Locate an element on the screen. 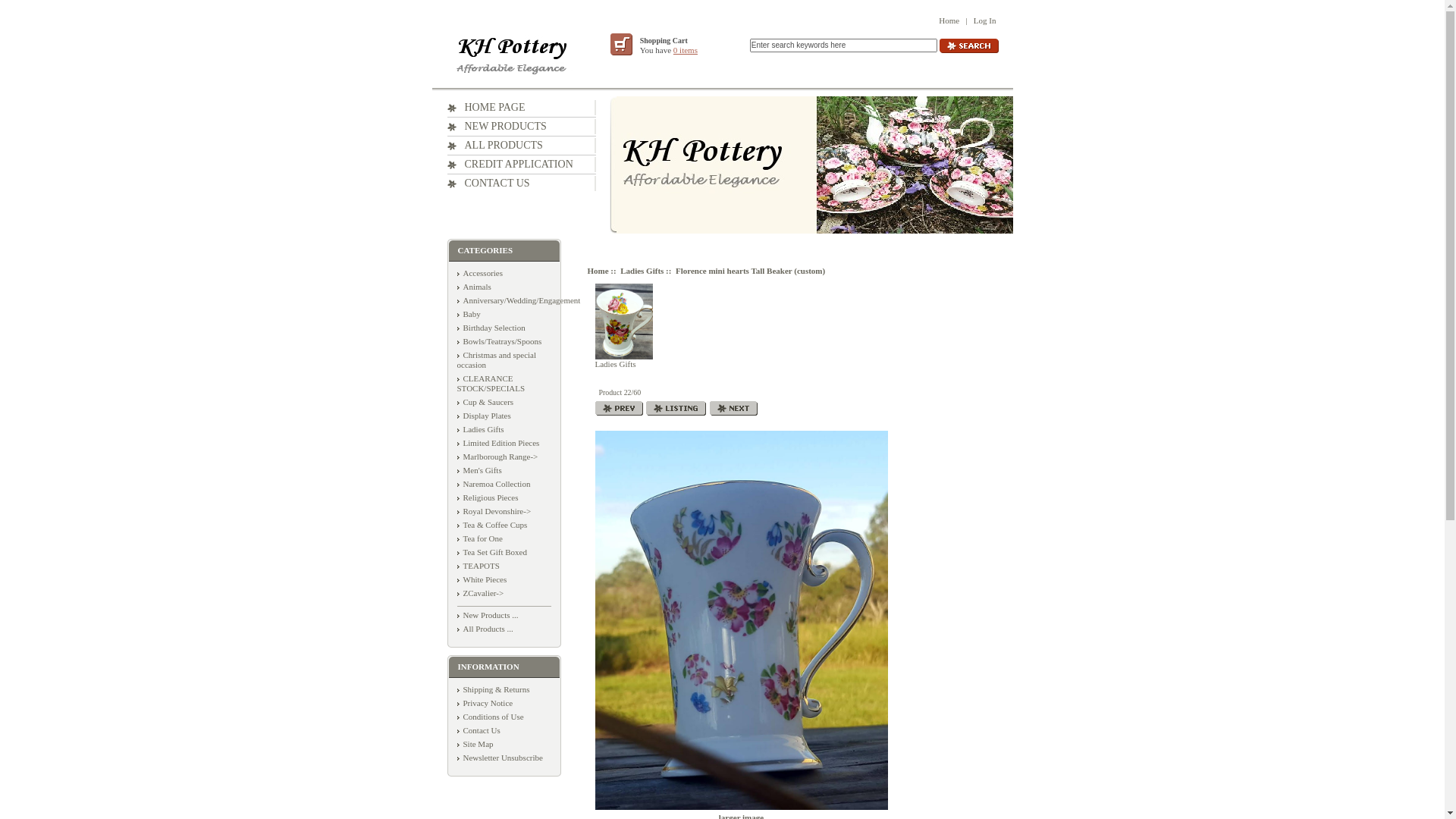 The width and height of the screenshot is (1456, 819). 'HOME PAGE' is located at coordinates (486, 106).